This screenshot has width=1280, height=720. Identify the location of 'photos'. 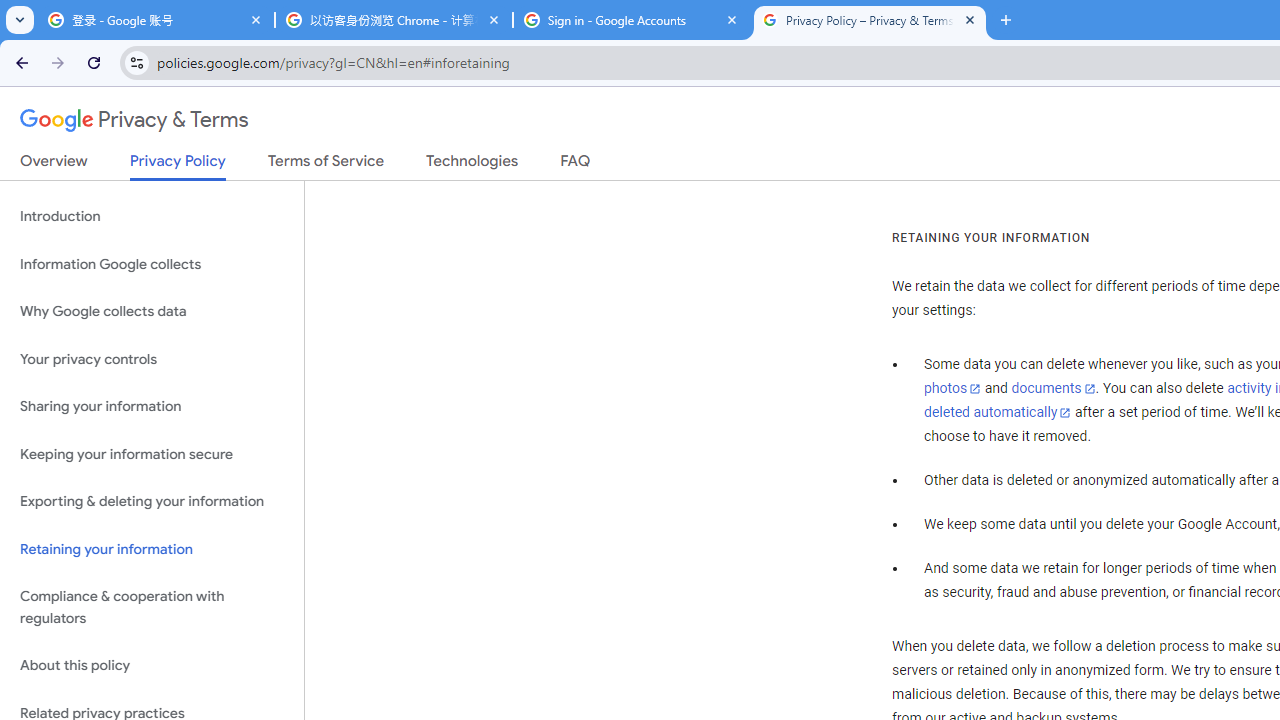
(951, 389).